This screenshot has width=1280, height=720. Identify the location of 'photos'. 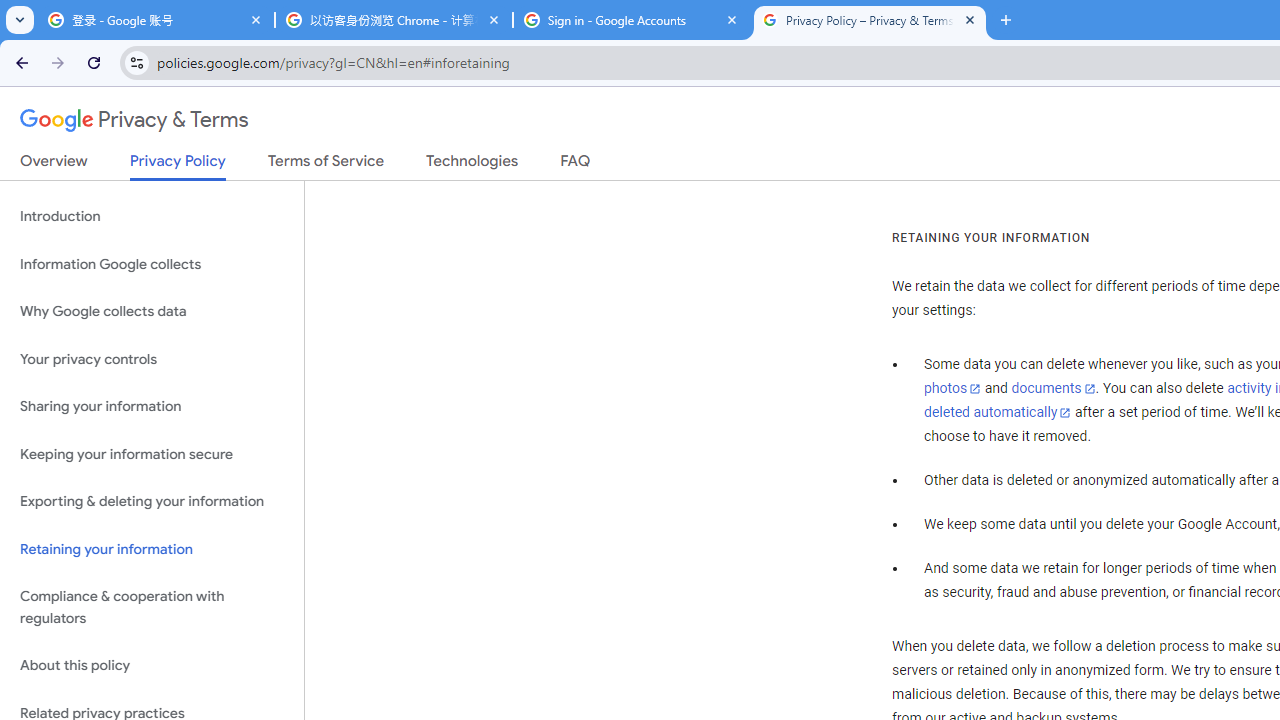
(951, 389).